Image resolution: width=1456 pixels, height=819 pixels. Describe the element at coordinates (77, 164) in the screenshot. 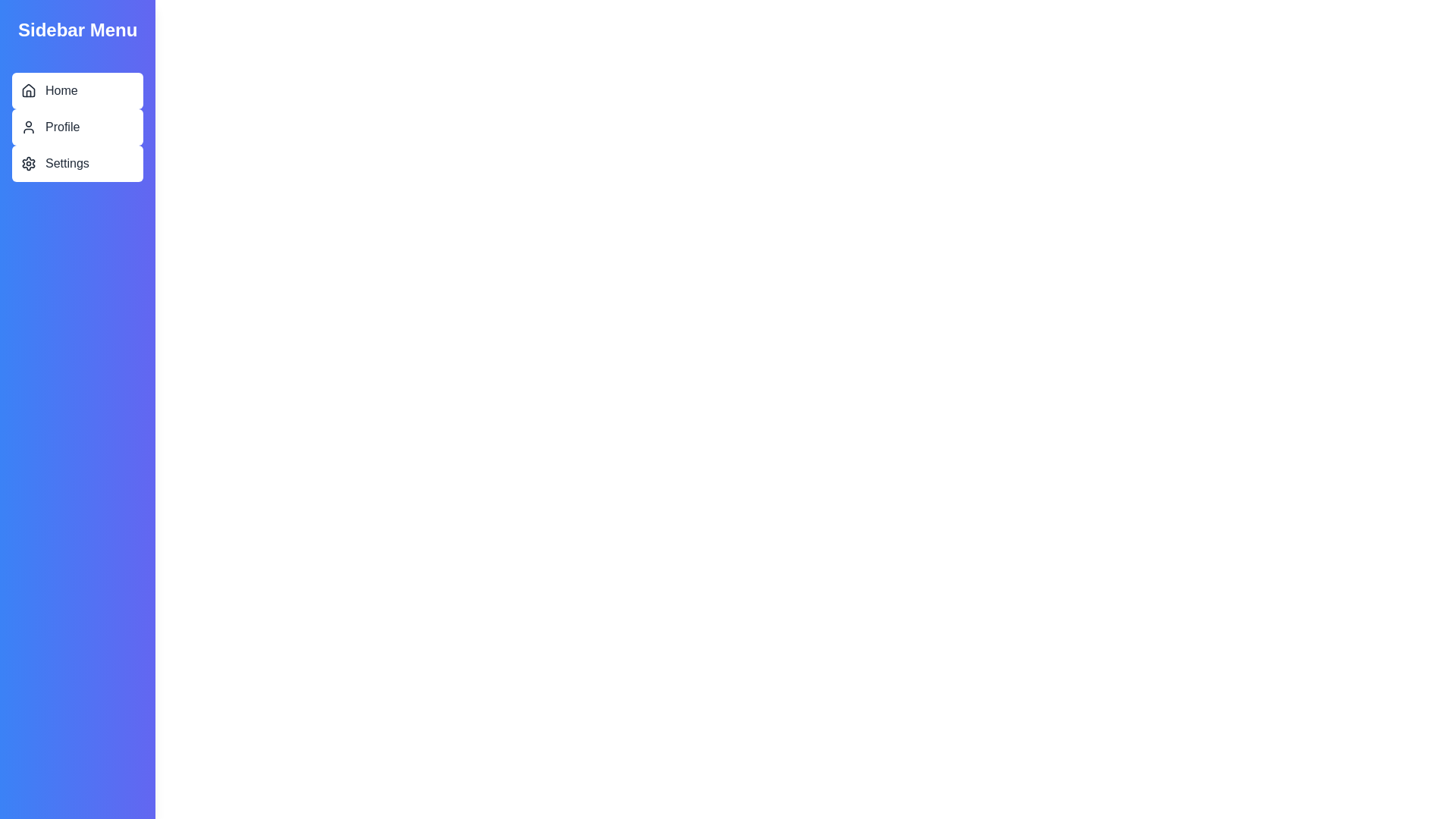

I see `the 'Settings' button with a gear icon located in the left-hand sidebar menu, positioned below the 'Profile' button` at that location.